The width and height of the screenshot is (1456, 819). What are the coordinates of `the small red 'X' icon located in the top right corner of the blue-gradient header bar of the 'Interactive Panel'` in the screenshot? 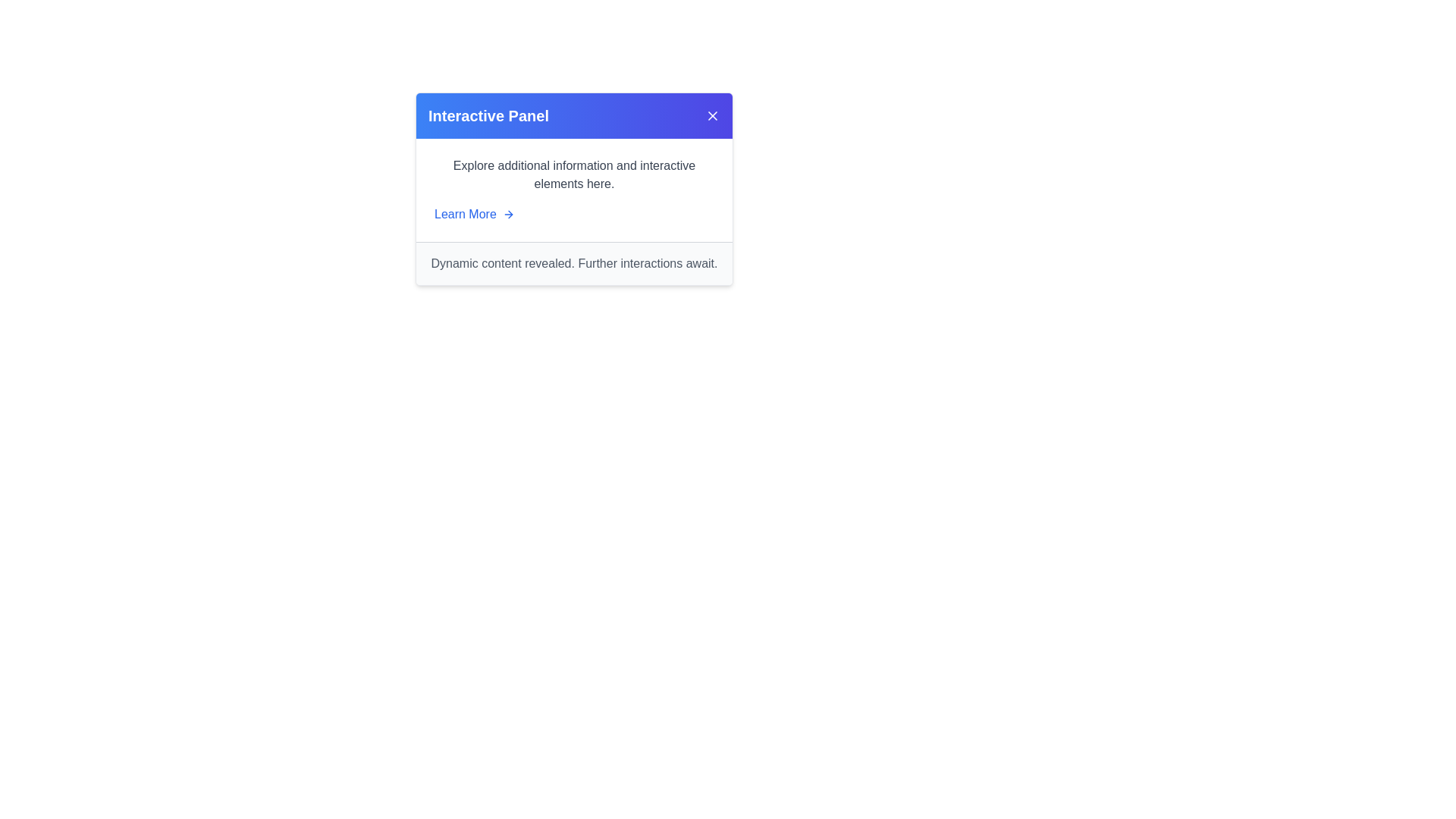 It's located at (712, 115).